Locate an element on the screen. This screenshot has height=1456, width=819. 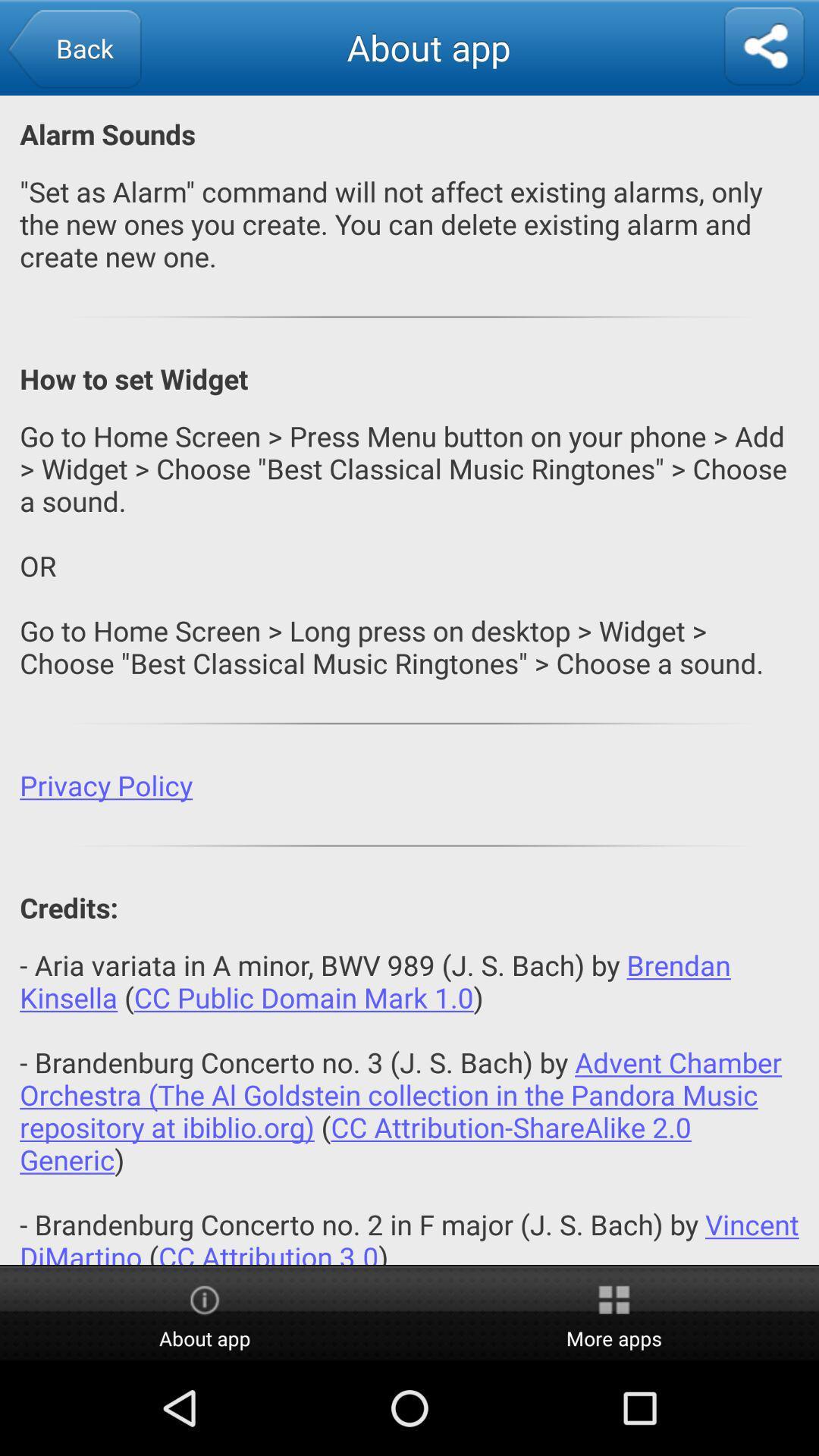
more apps is located at coordinates (614, 1313).